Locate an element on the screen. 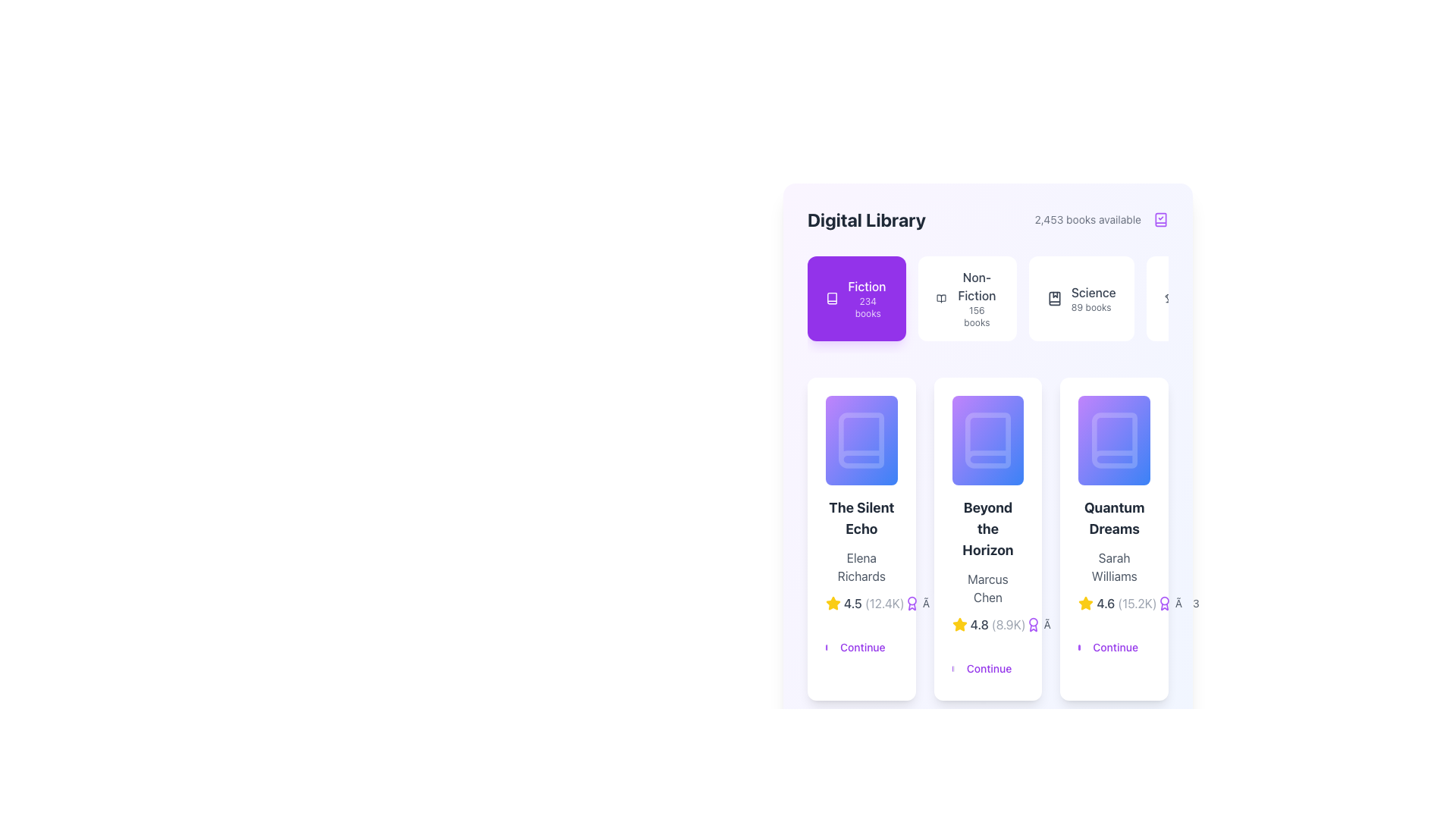 The height and width of the screenshot is (819, 1456). the text label that provides additional metadata about the book, located as the last item in the group of details is located at coordinates (1045, 625).